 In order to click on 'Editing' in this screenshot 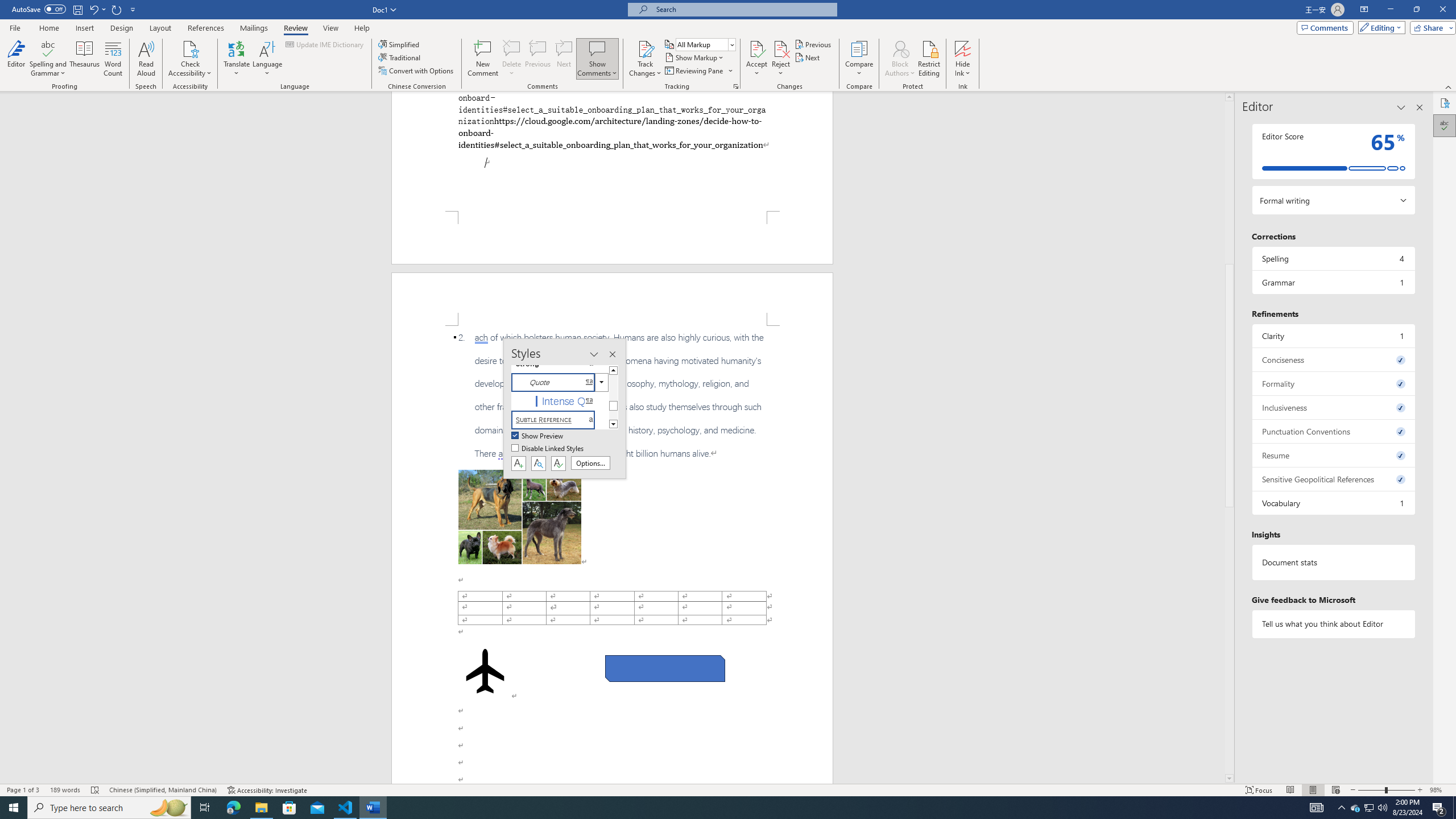, I will do `click(1379, 27)`.